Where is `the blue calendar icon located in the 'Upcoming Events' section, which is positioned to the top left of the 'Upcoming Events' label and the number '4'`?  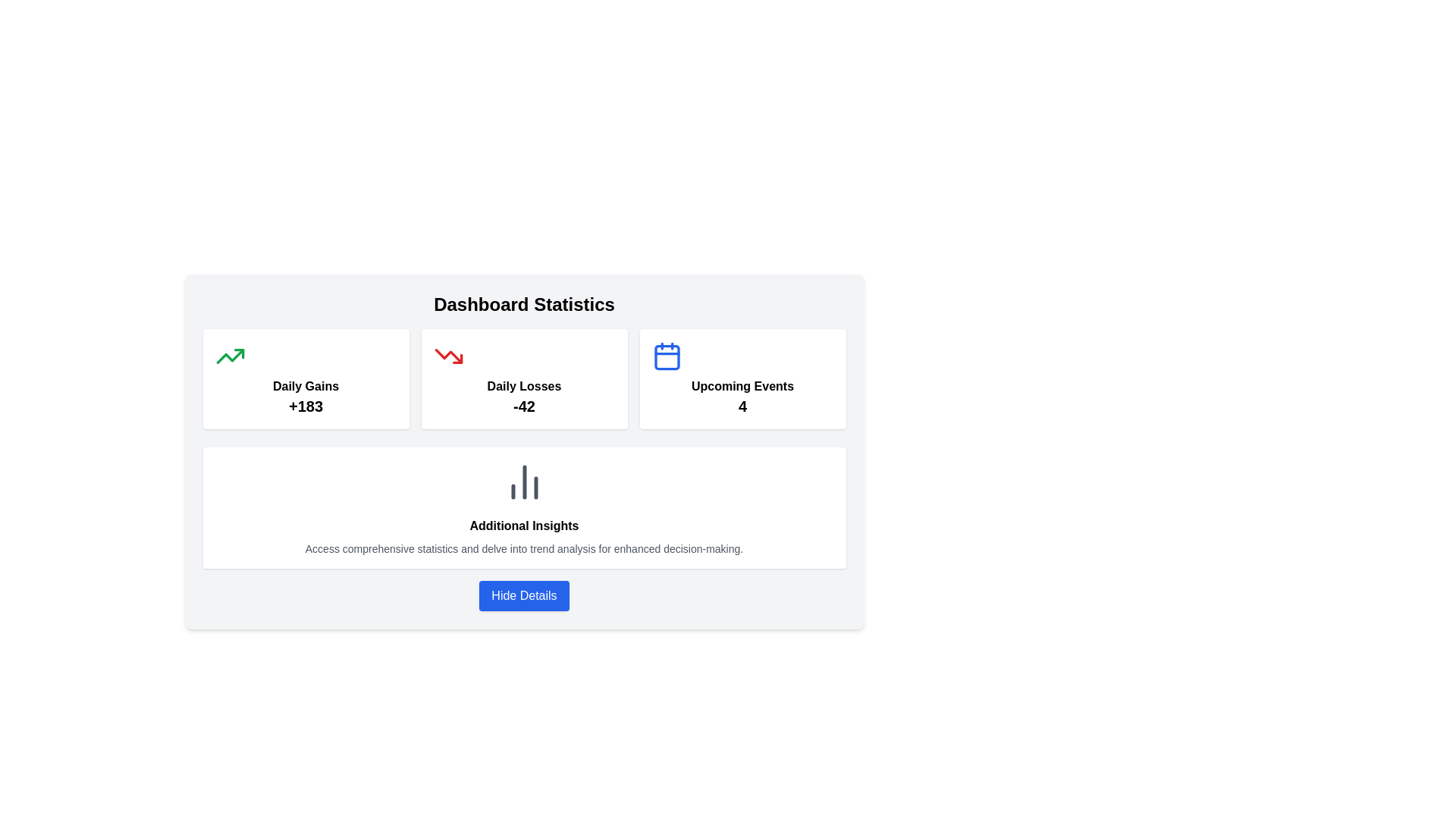
the blue calendar icon located in the 'Upcoming Events' section, which is positioned to the top left of the 'Upcoming Events' label and the number '4' is located at coordinates (667, 356).